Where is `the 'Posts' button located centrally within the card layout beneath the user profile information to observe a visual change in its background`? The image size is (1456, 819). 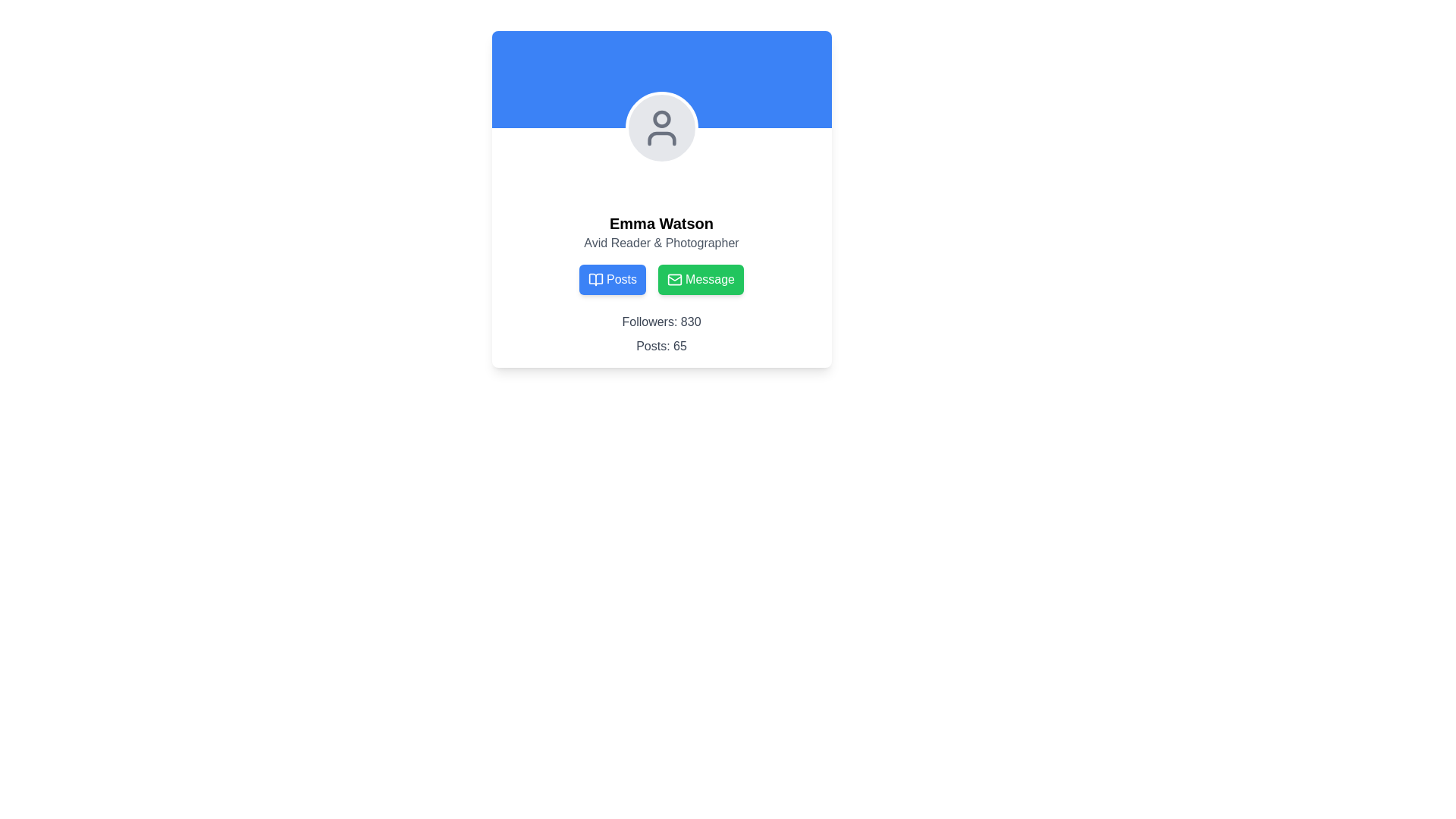
the 'Posts' button located centrally within the card layout beneath the user profile information to observe a visual change in its background is located at coordinates (613, 280).